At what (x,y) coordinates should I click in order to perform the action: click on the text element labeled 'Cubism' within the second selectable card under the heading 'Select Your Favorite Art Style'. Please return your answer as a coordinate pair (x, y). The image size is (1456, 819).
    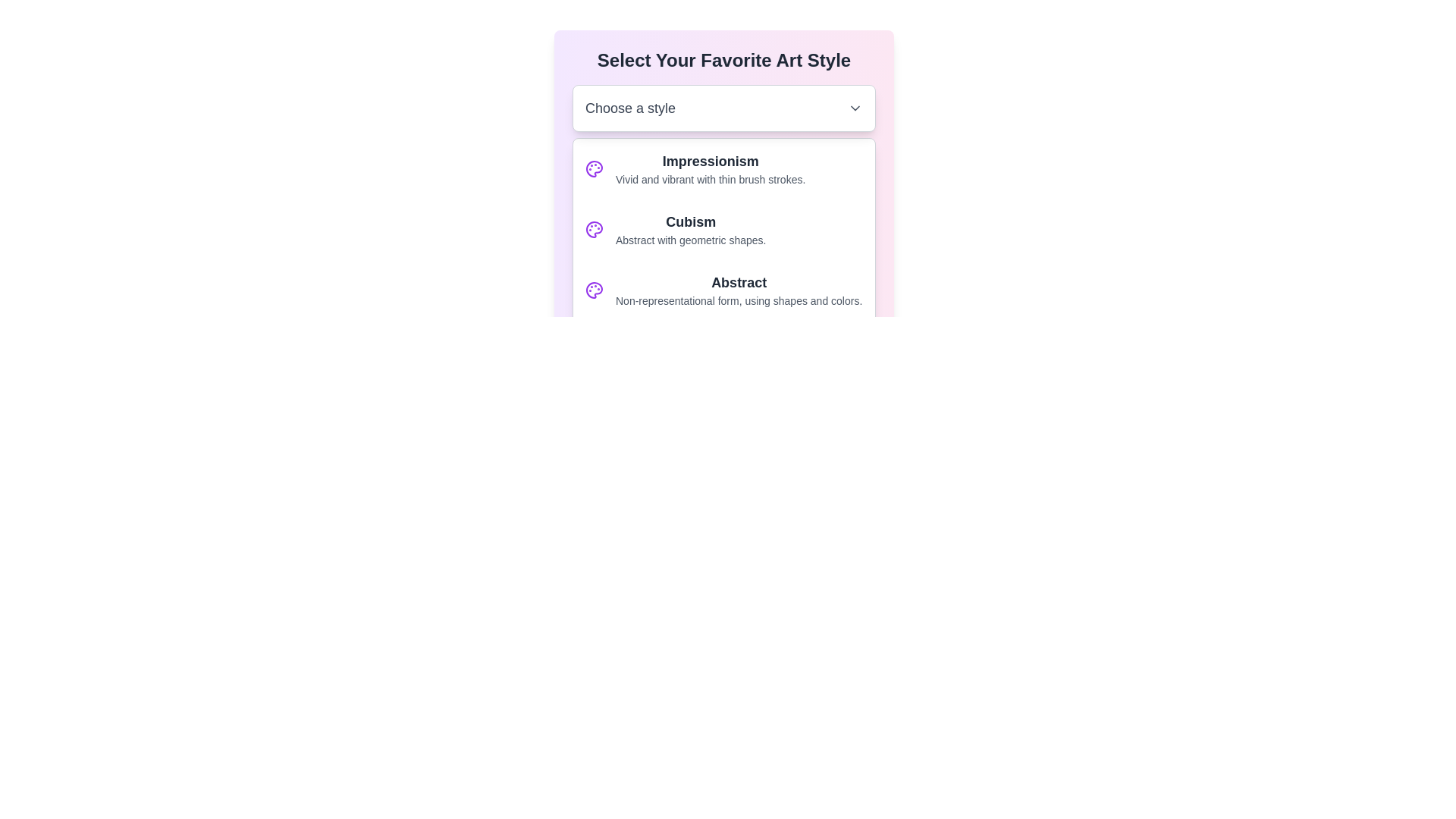
    Looking at the image, I should click on (690, 230).